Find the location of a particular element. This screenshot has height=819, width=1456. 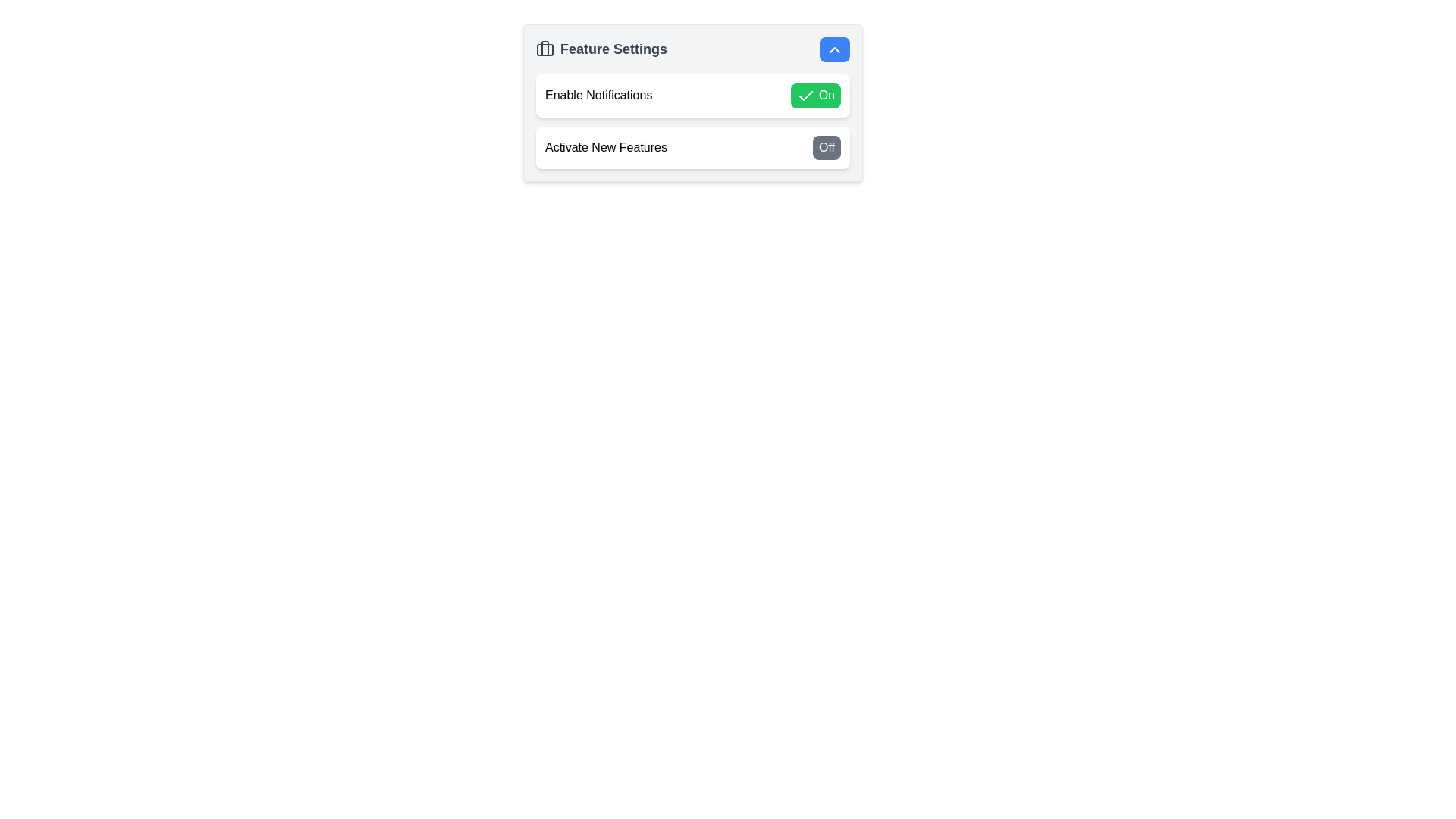

the button located at the top-right corner of the 'Feature Settings' section is located at coordinates (833, 49).